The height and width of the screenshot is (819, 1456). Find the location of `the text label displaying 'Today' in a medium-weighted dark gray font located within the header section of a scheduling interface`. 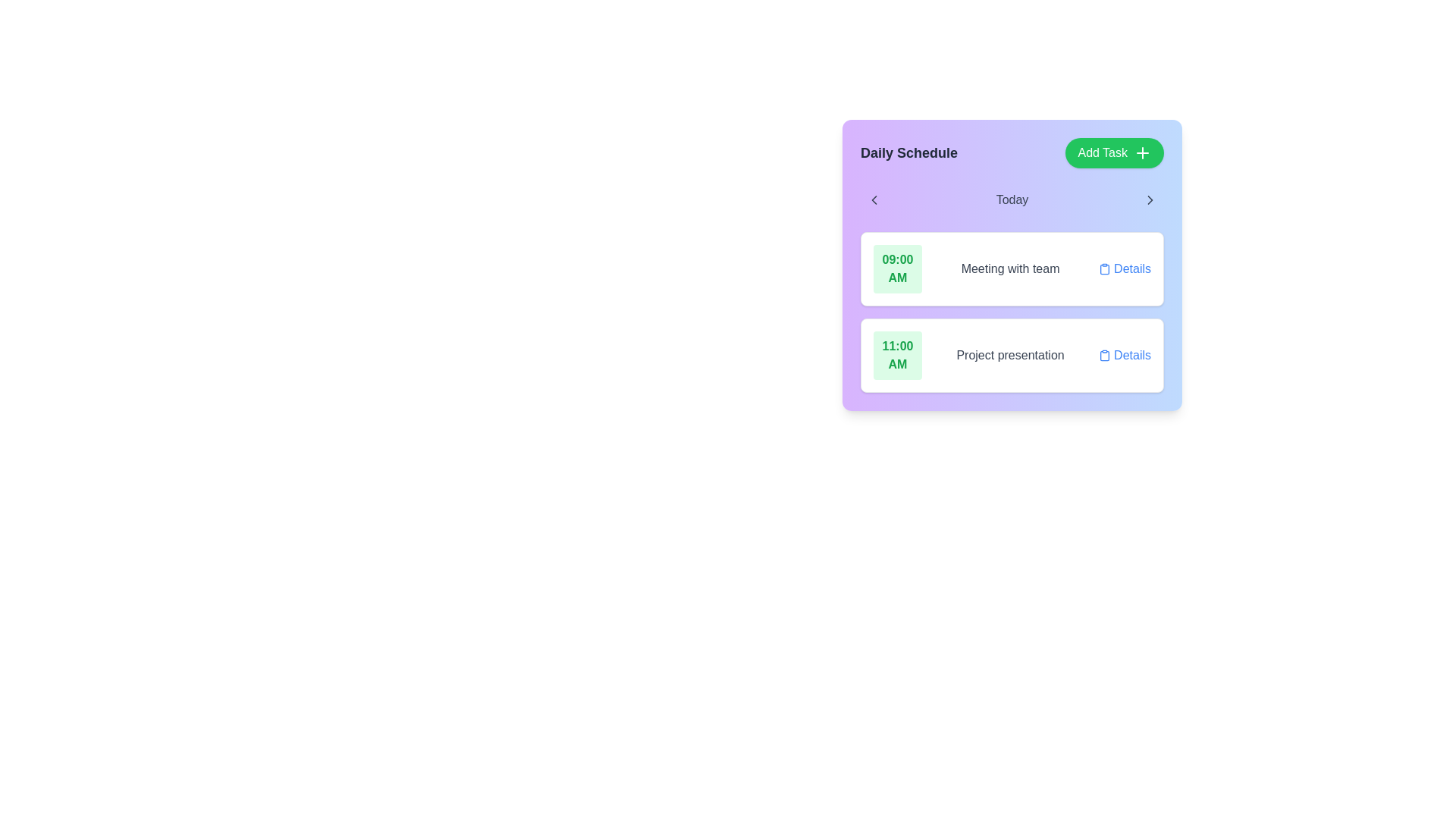

the text label displaying 'Today' in a medium-weighted dark gray font located within the header section of a scheduling interface is located at coordinates (1012, 199).